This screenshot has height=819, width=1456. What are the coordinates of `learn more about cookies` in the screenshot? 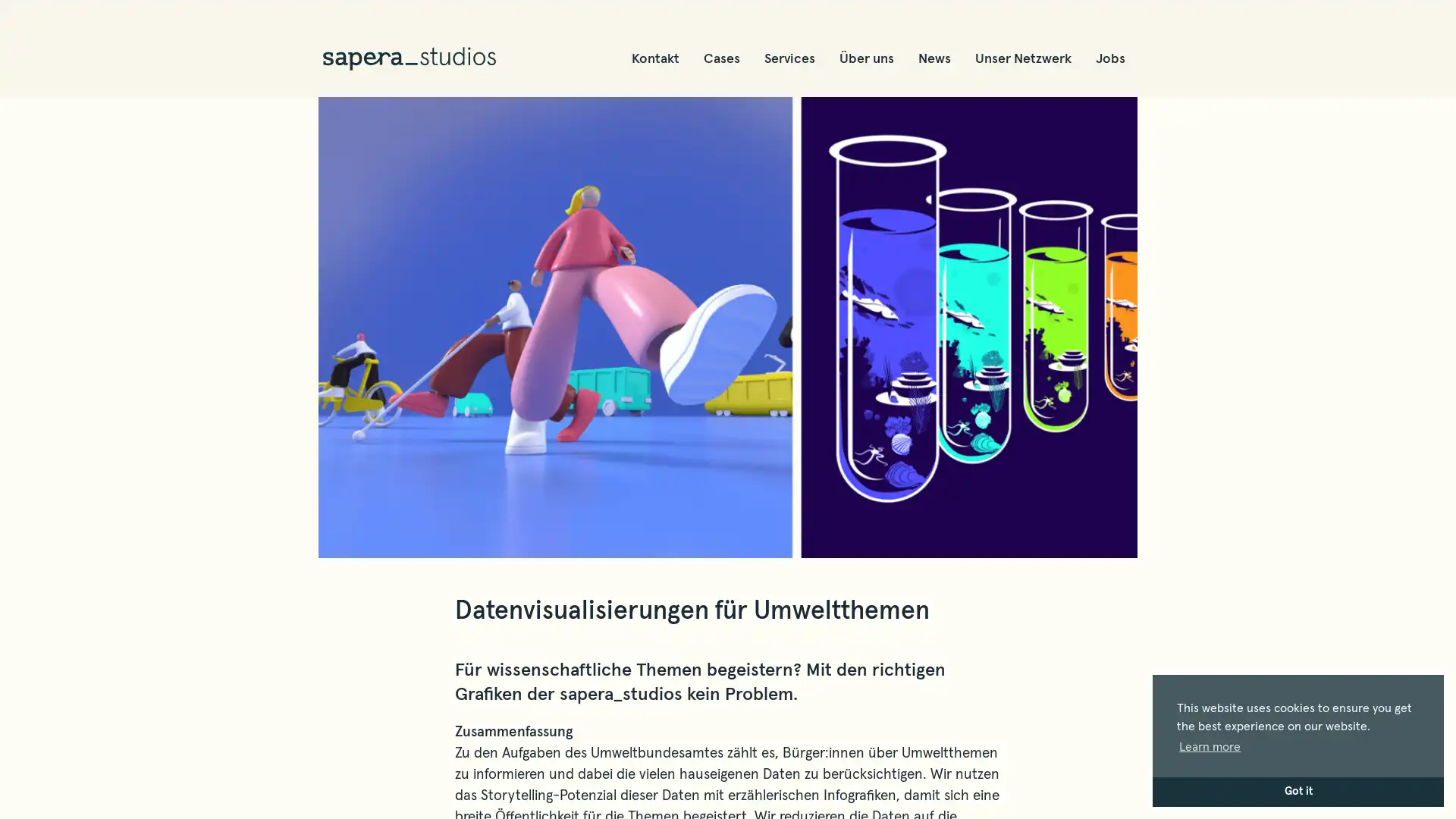 It's located at (1209, 745).